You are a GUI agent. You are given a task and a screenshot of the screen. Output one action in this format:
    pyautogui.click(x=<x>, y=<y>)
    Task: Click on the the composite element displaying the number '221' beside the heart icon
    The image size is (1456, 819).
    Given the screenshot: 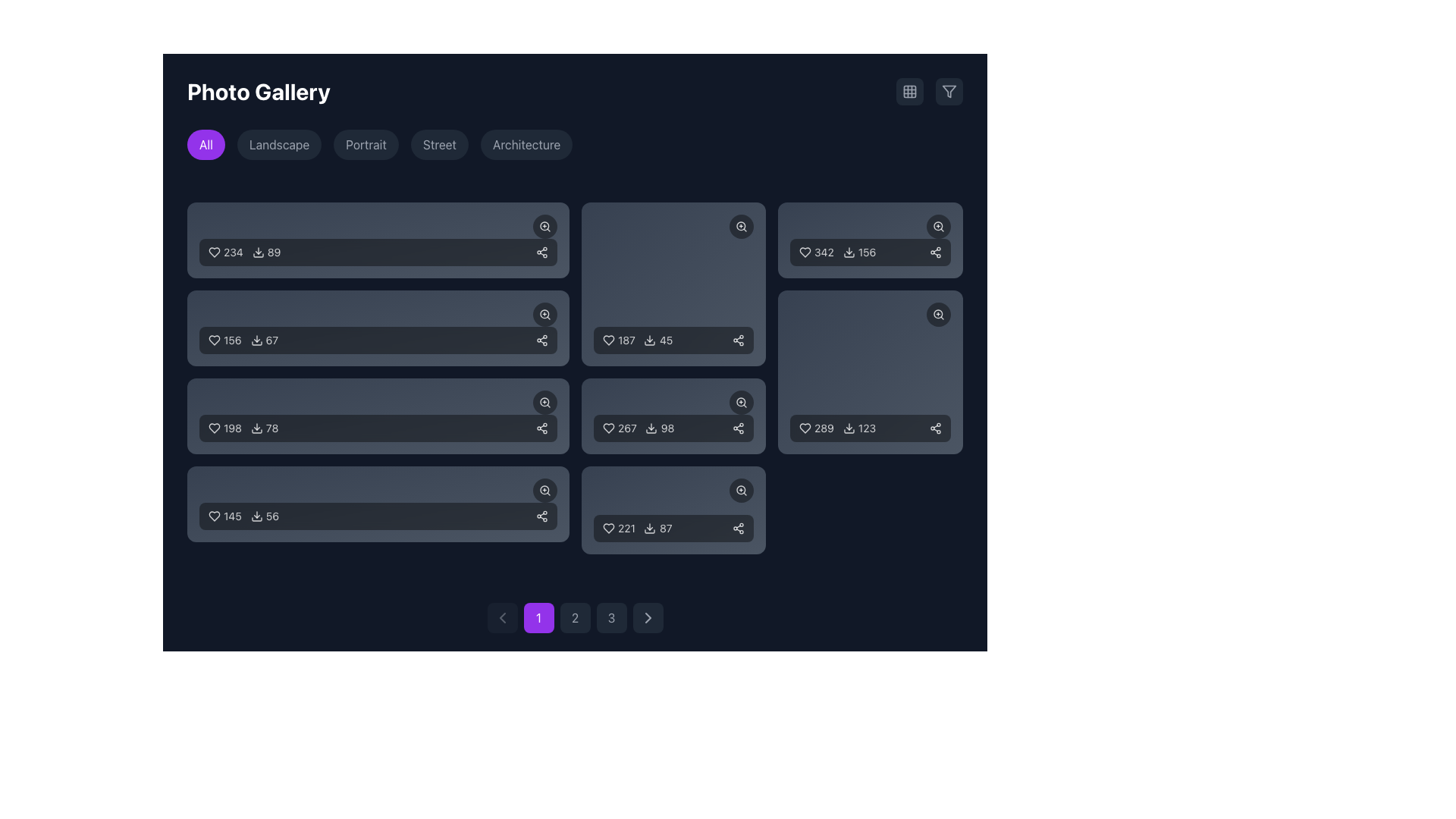 What is the action you would take?
    pyautogui.click(x=619, y=528)
    